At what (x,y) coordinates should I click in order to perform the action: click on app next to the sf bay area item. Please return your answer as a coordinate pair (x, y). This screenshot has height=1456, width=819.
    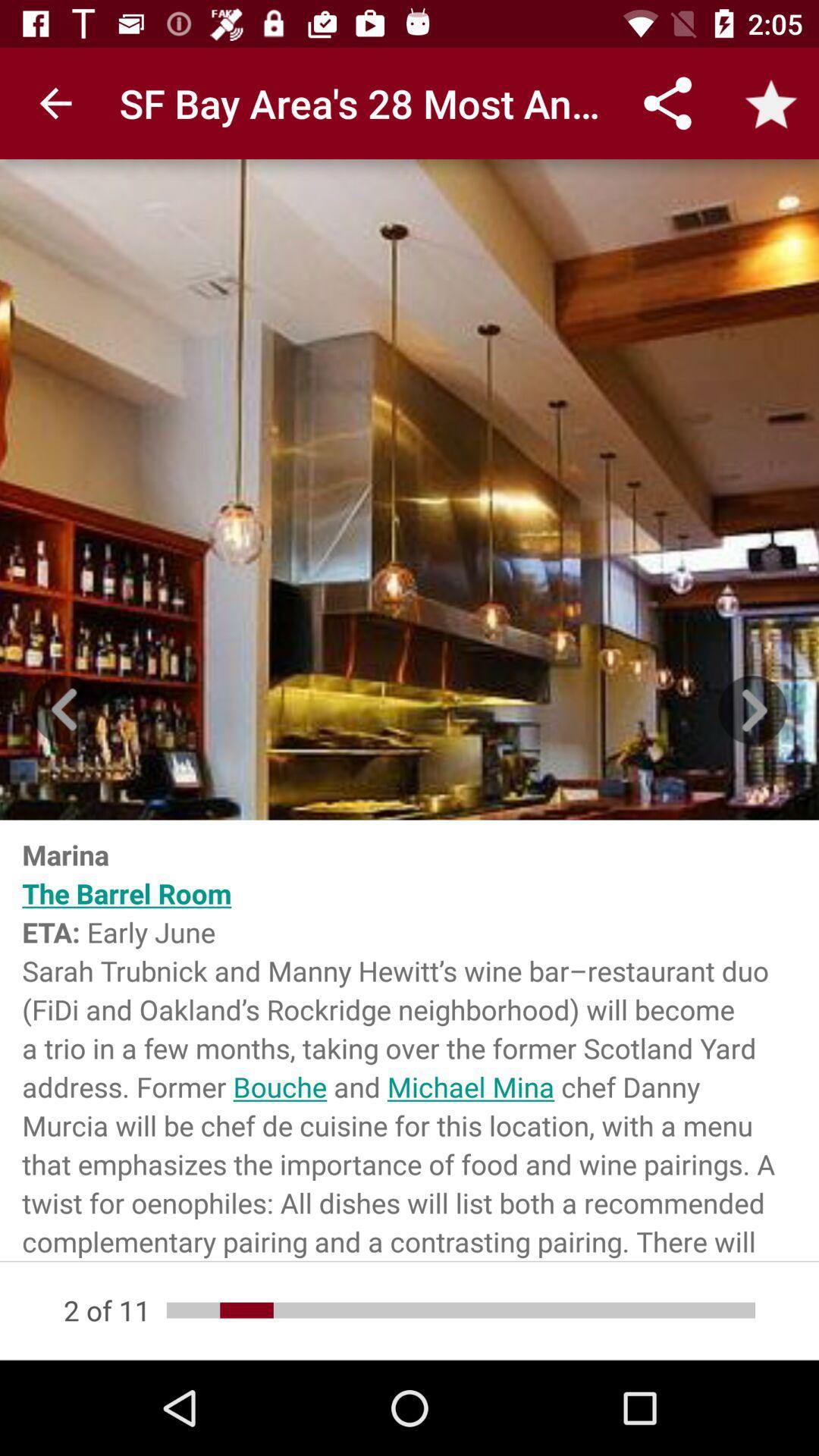
    Looking at the image, I should click on (55, 102).